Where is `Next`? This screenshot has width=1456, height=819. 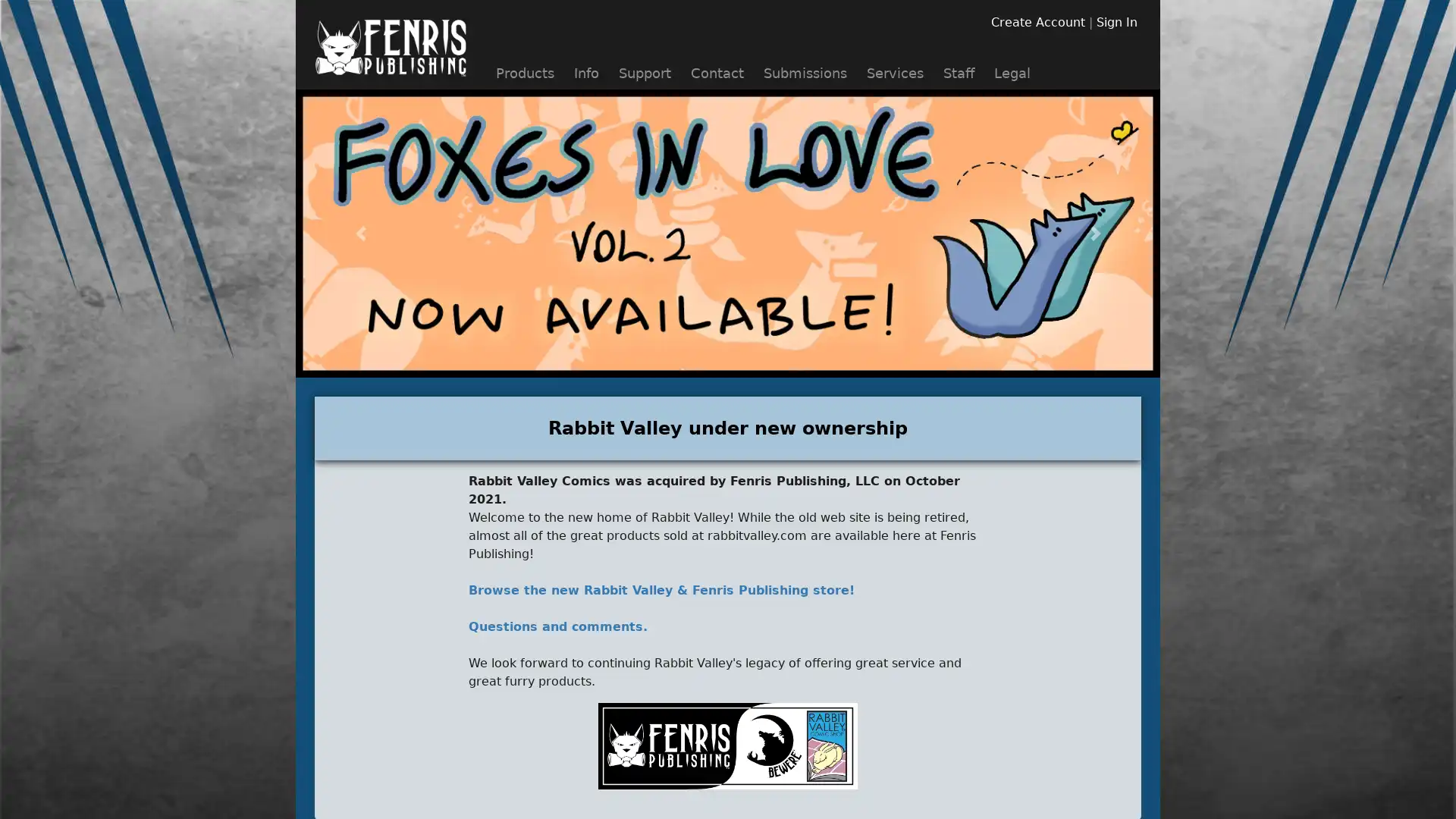
Next is located at coordinates (1095, 234).